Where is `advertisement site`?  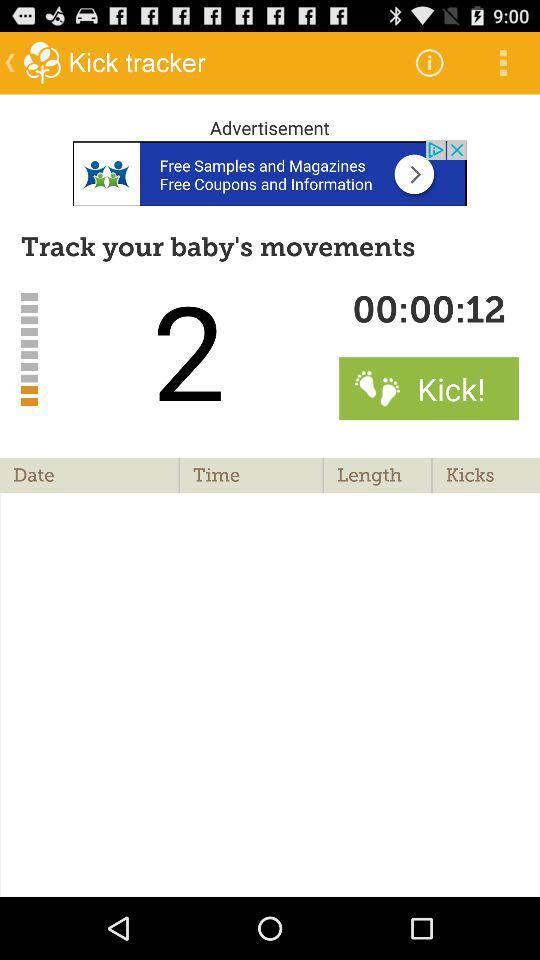 advertisement site is located at coordinates (270, 172).